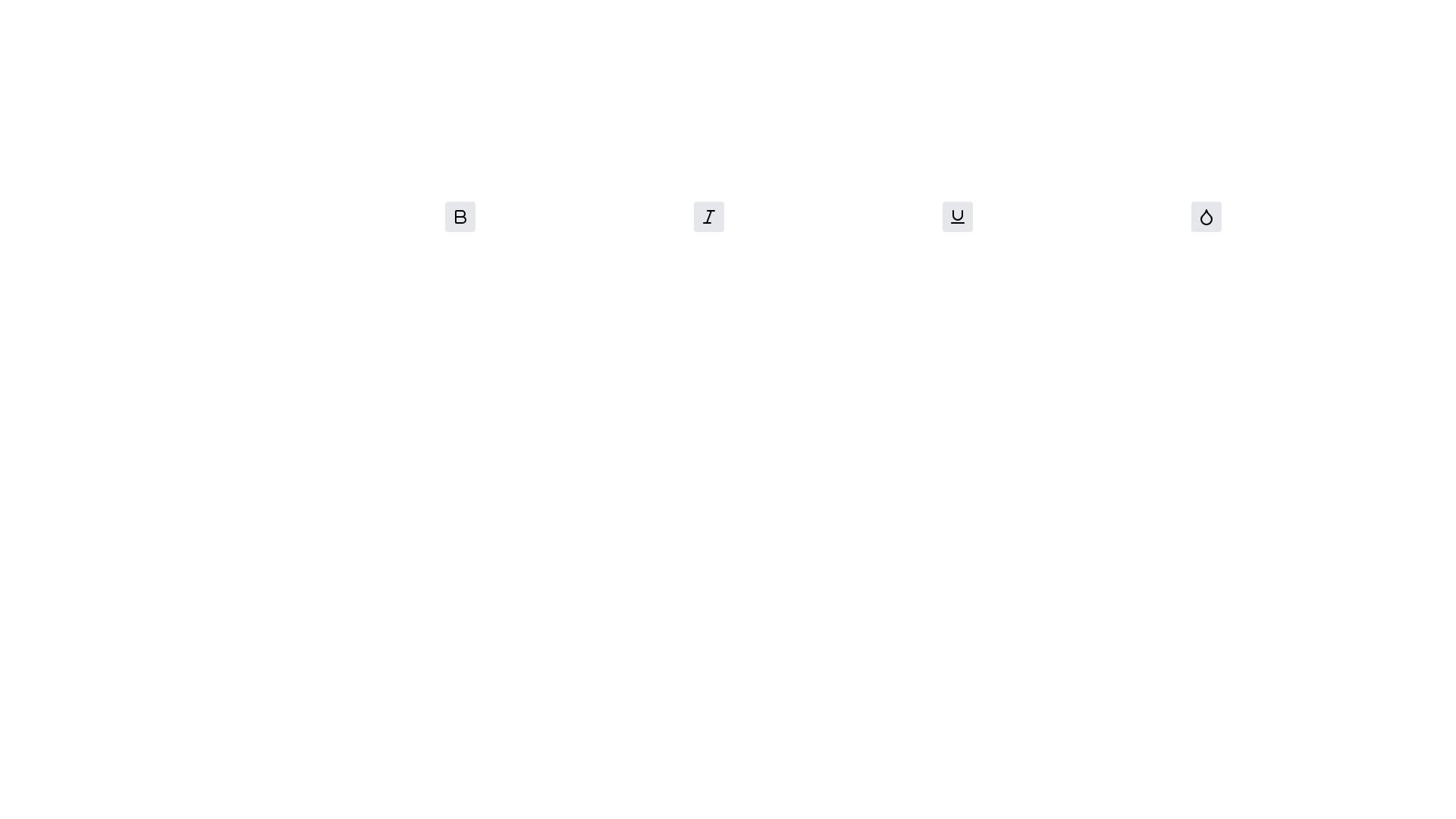 The width and height of the screenshot is (1456, 819). I want to click on the stylized italic 'I' button located between the 'B' (bold) button and the 'U' (underline) button in the toolbar, so click(708, 216).